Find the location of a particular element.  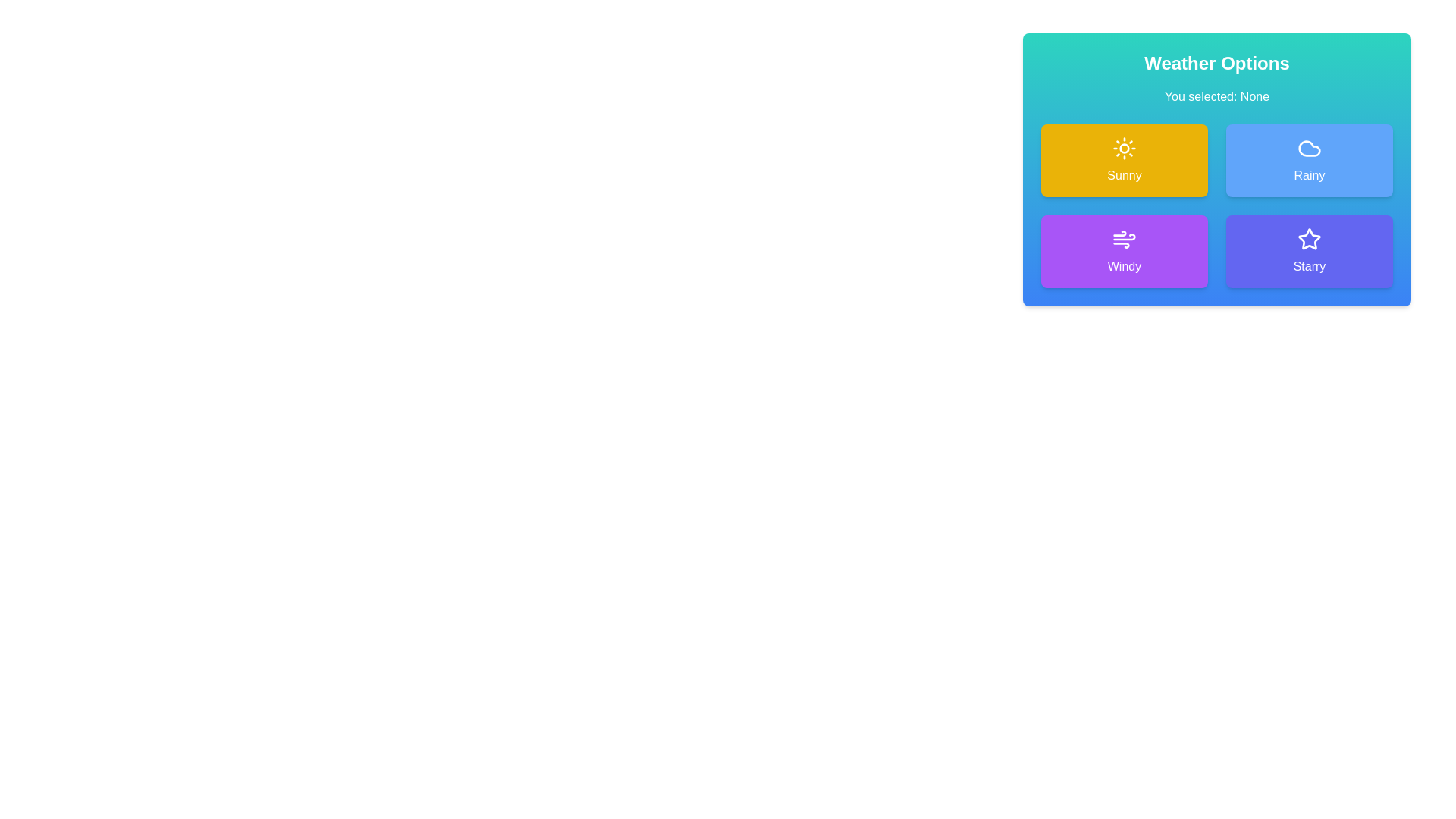

the rain icon that visually represents the concept of rainy weather, located at the top-center of the 'Rainy' card in the weather selection interface is located at coordinates (1309, 149).